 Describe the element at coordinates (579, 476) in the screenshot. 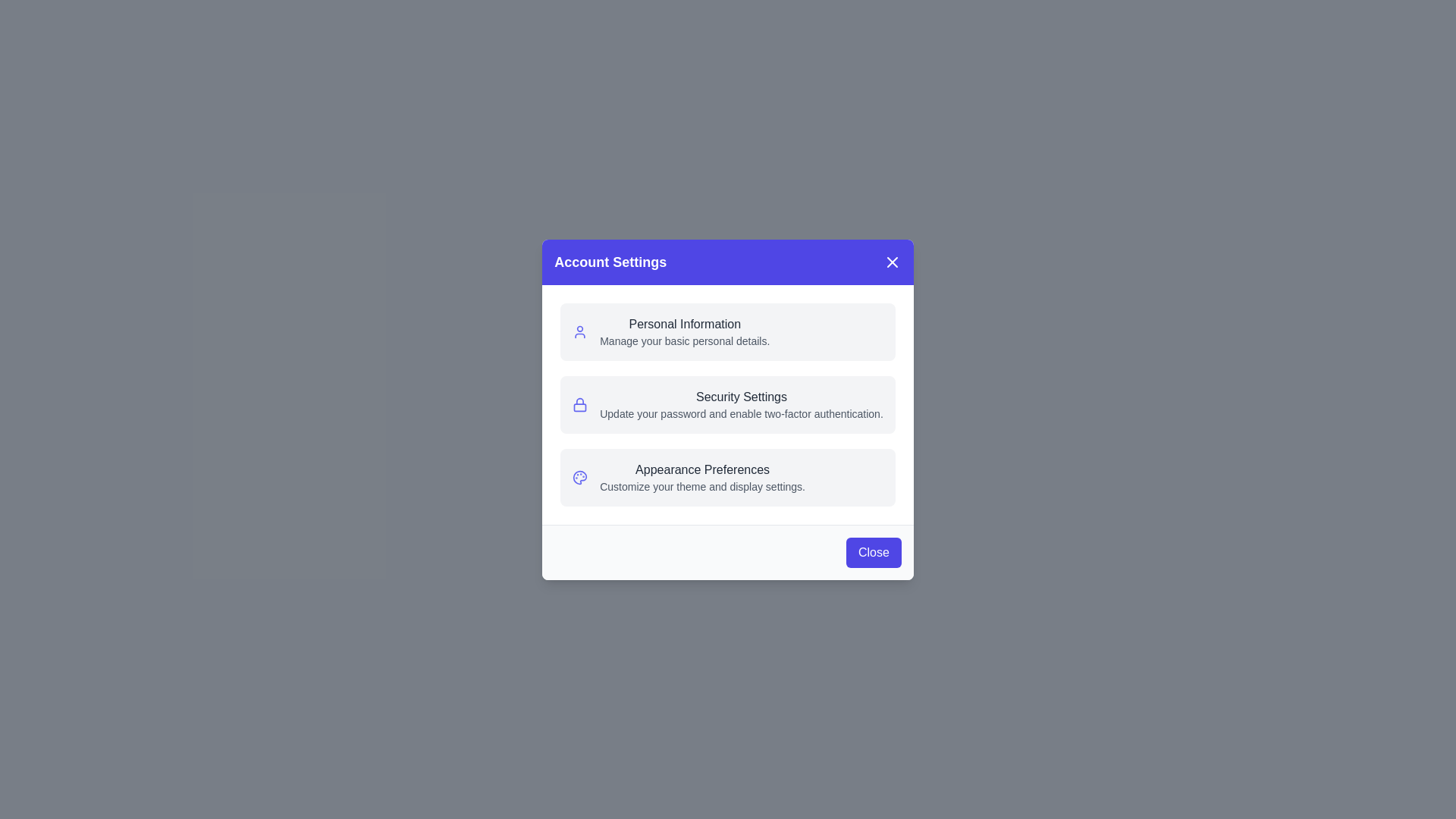

I see `the 'Appearance Preferences' icon, which visually represents the theme and display settings, located to the far left within the 'Appearance Preferences' section of the modal dialog` at that location.